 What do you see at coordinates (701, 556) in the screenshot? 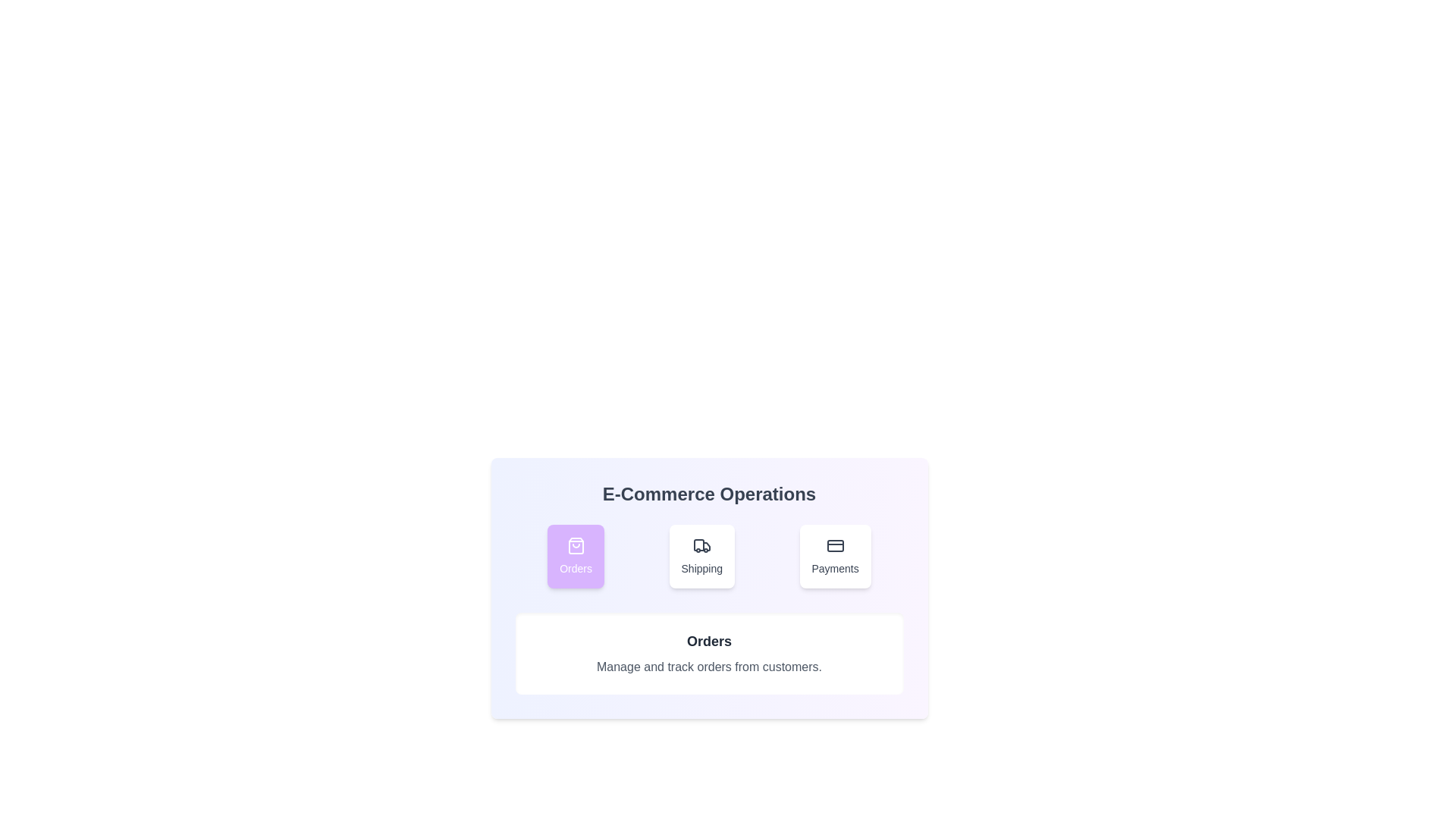
I see `the button located centrally between 'Orders' and 'Payments'` at bounding box center [701, 556].